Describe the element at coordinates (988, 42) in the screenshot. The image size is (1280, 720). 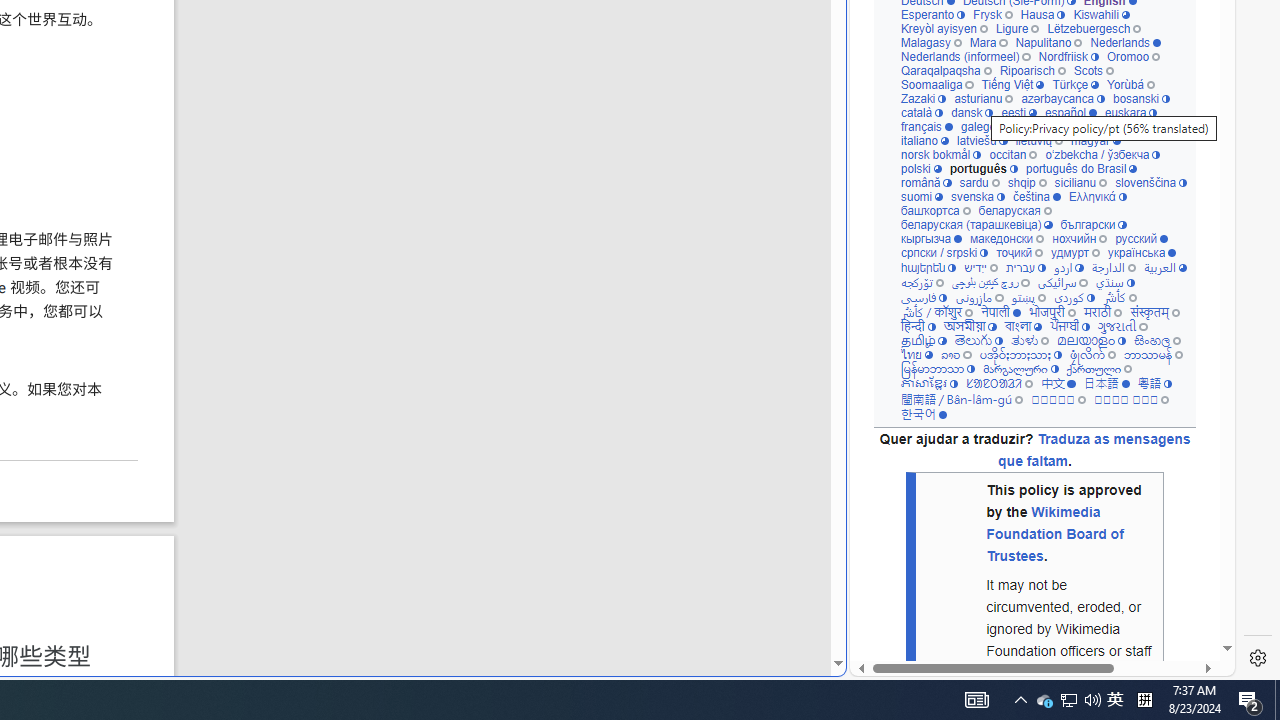
I see `'Mara'` at that location.